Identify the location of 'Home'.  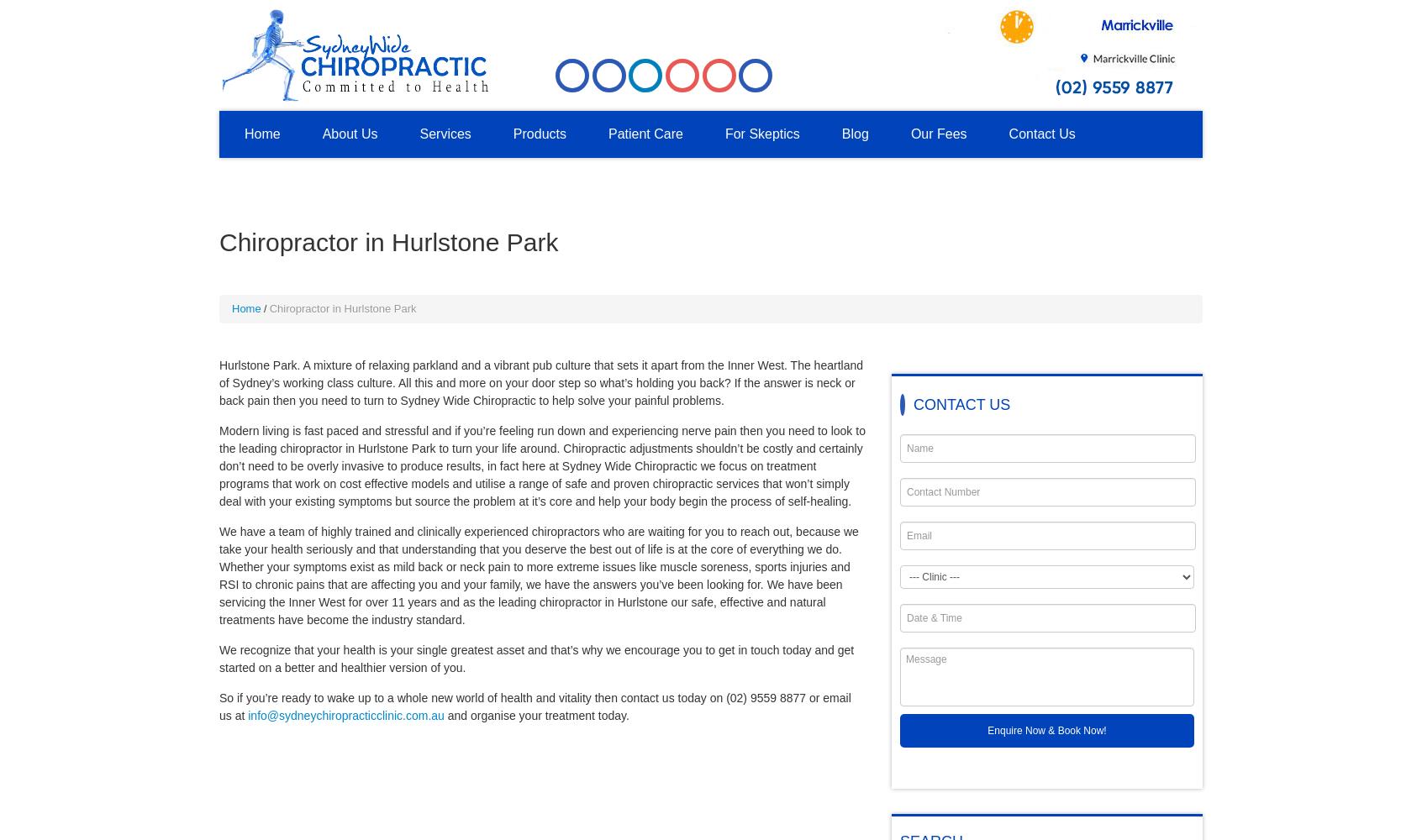
(231, 307).